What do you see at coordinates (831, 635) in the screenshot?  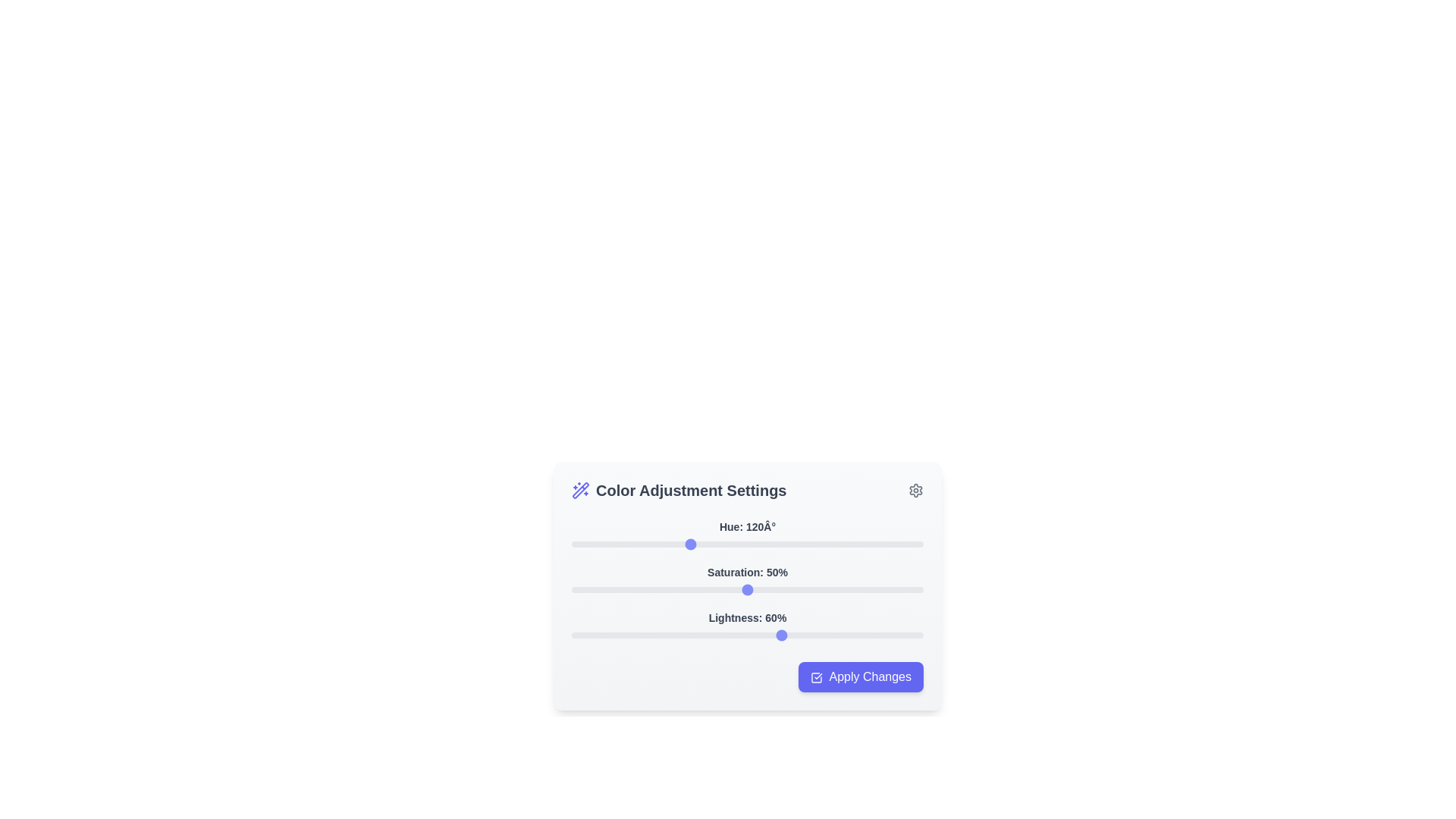 I see `the lightness` at bounding box center [831, 635].